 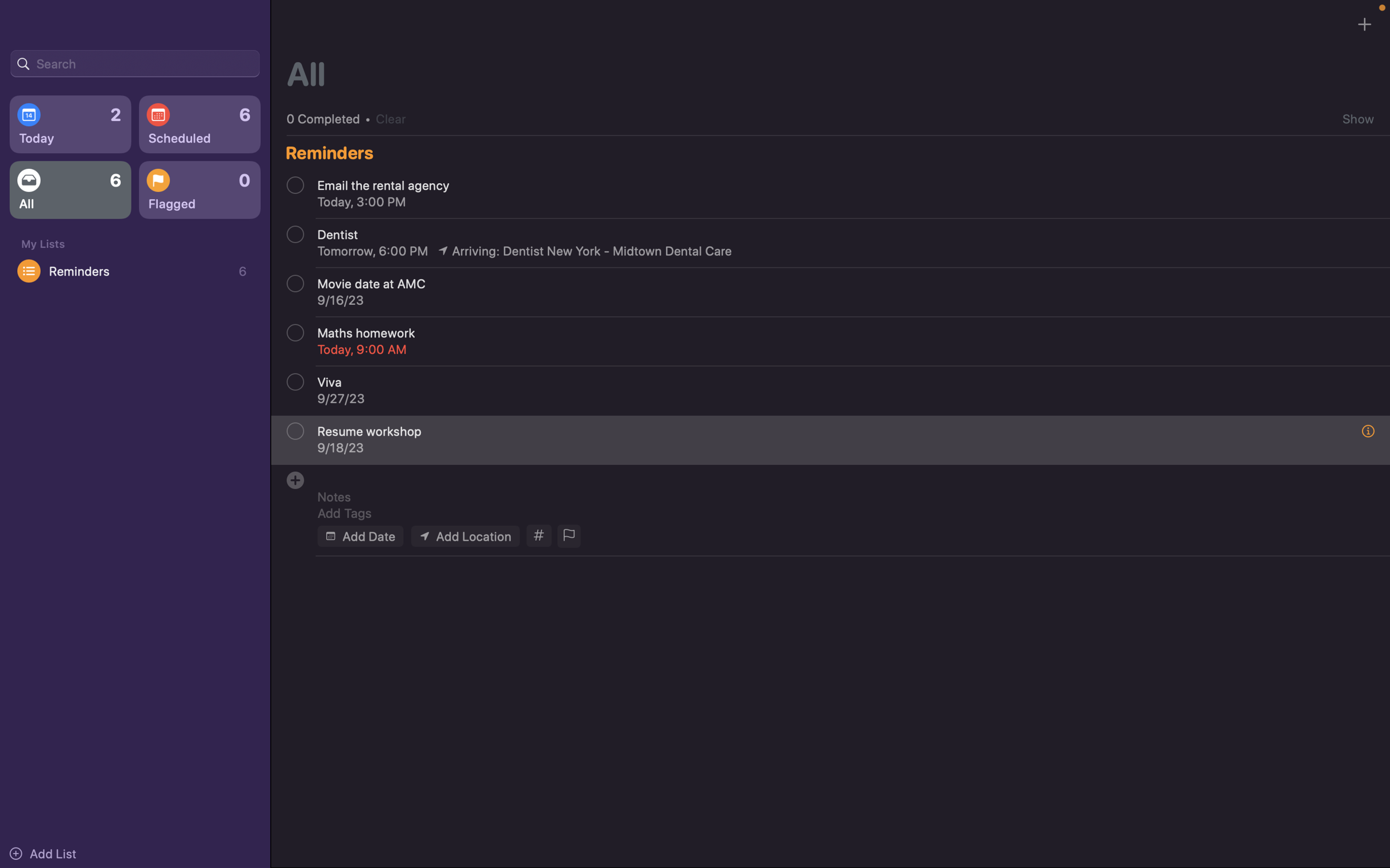 I want to click on Tag the event with "school" and "homework", so click(x=536, y=535).